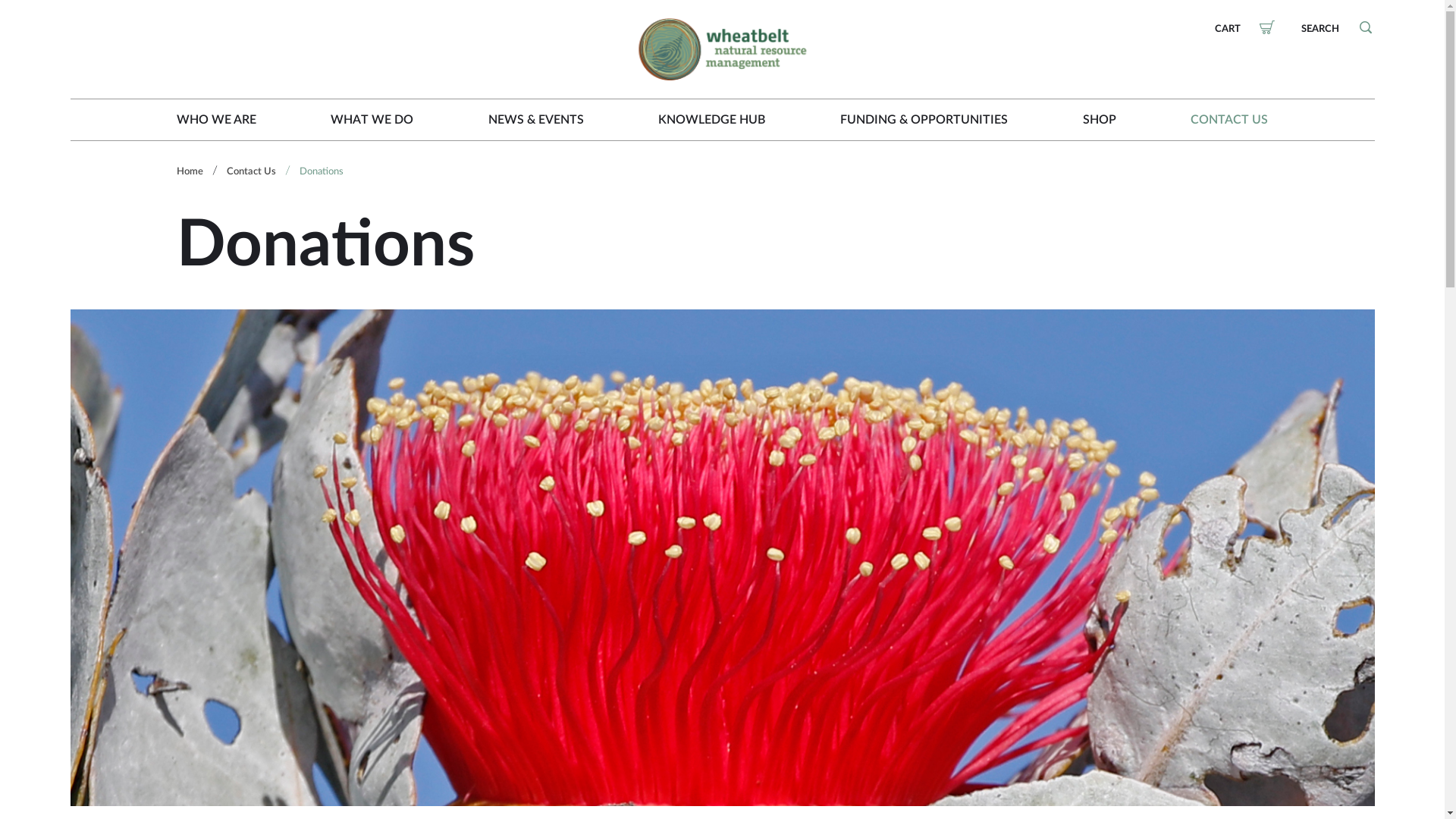 The width and height of the screenshot is (1456, 819). Describe the element at coordinates (188, 171) in the screenshot. I see `'Home'` at that location.